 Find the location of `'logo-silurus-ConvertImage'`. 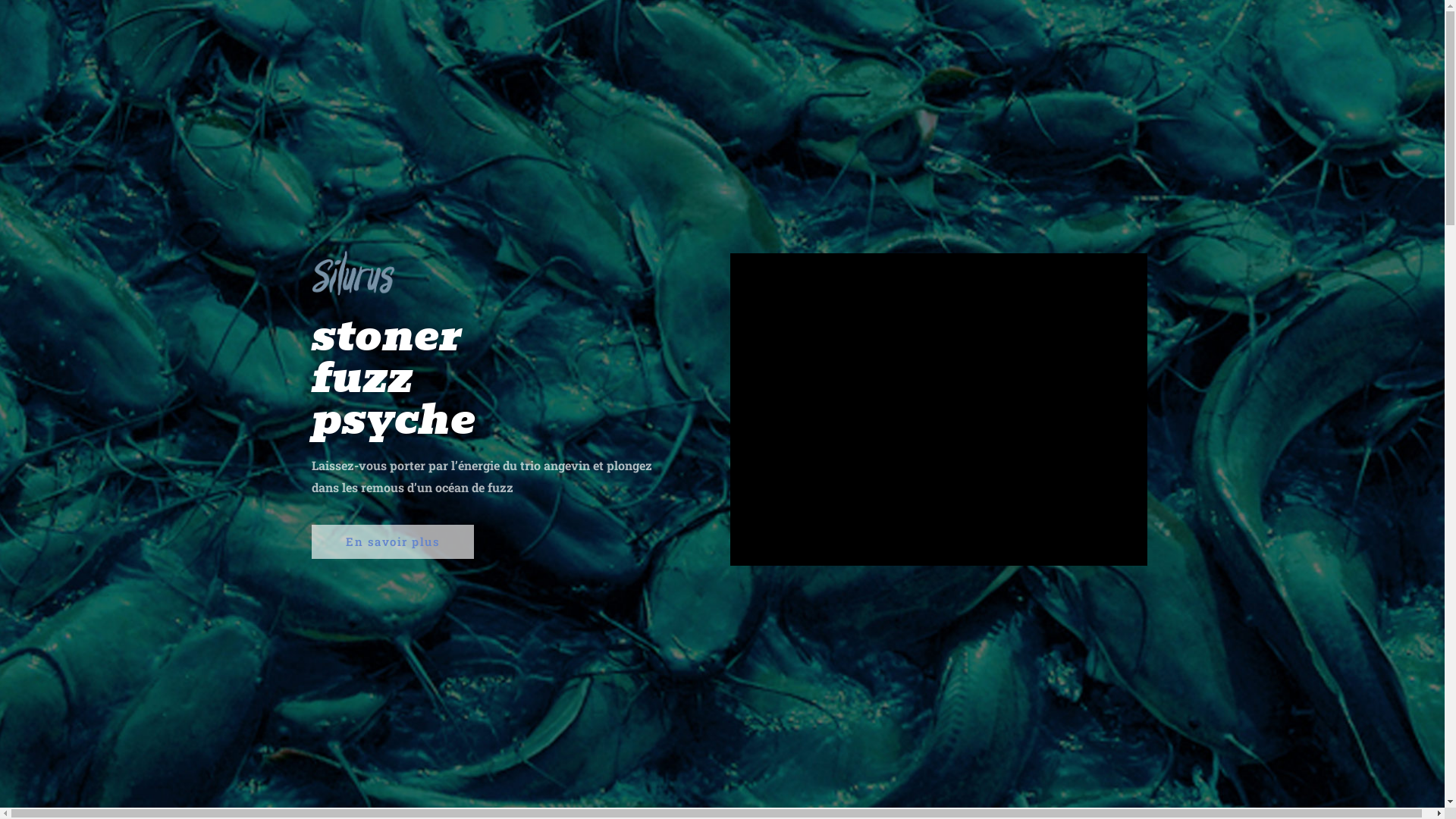

'logo-silurus-ConvertImage' is located at coordinates (311, 271).